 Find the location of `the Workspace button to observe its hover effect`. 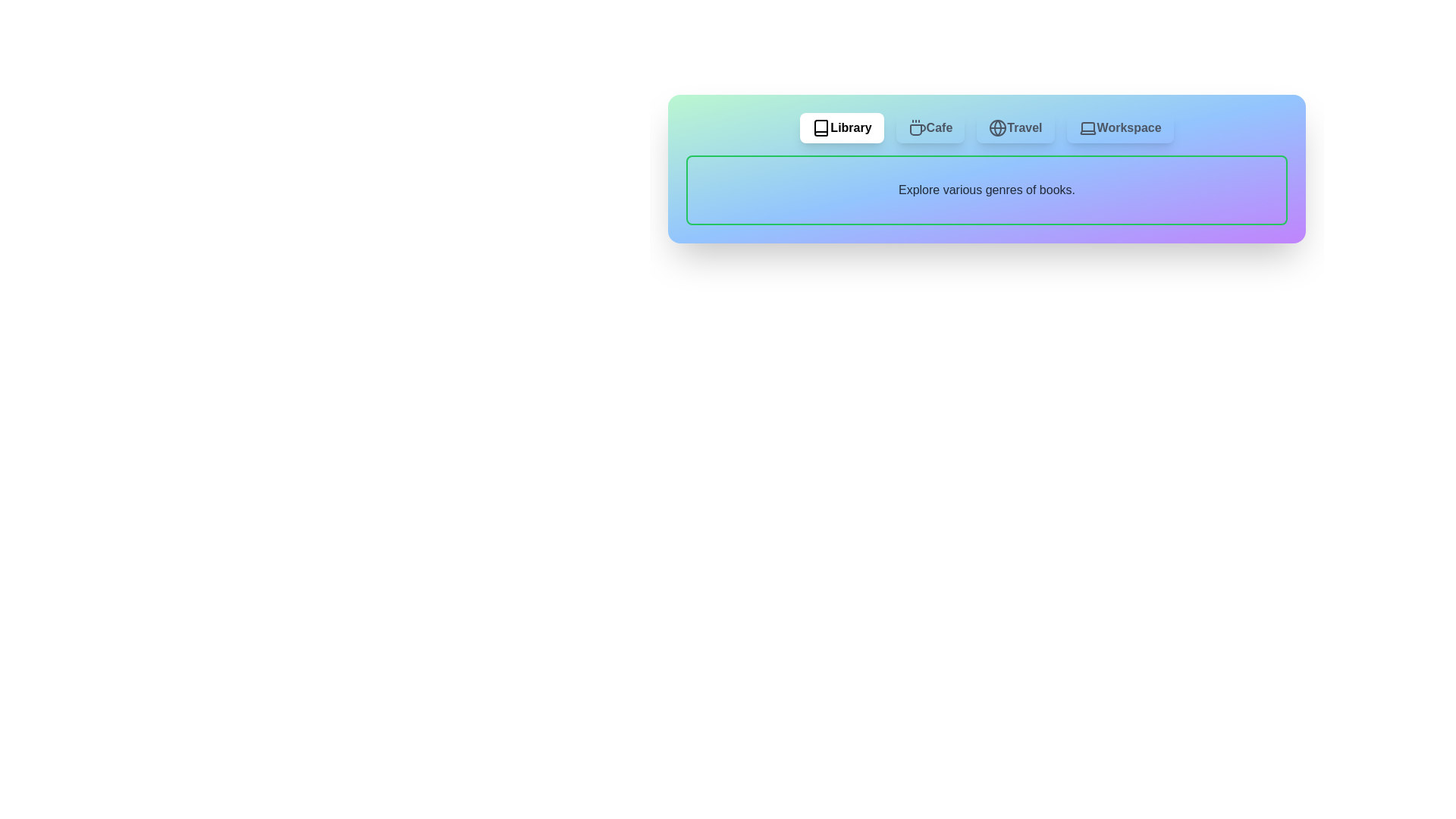

the Workspace button to observe its hover effect is located at coordinates (1120, 127).